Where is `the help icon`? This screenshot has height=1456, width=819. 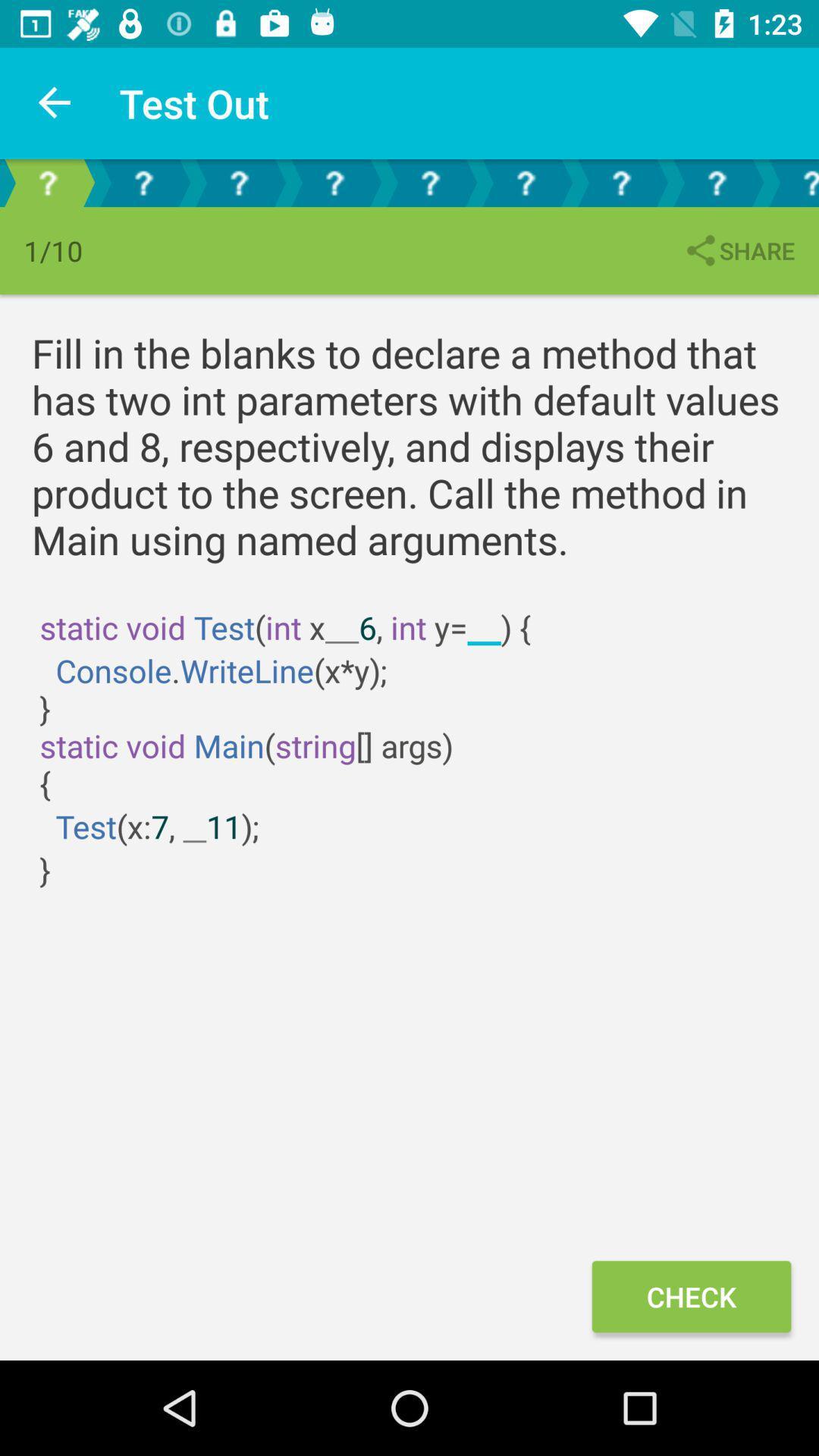
the help icon is located at coordinates (430, 182).